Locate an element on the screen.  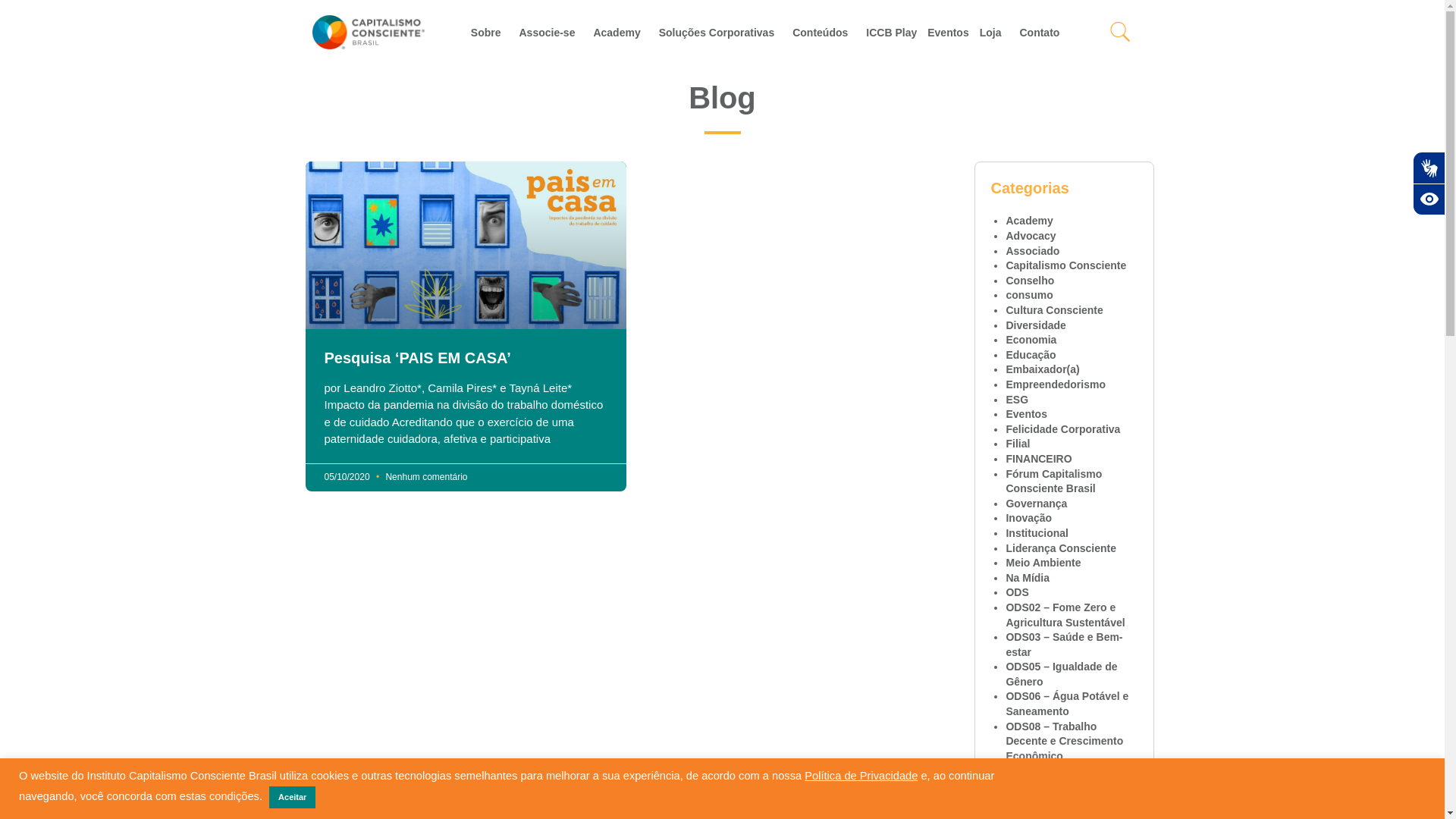
'Advocacy' is located at coordinates (1030, 236).